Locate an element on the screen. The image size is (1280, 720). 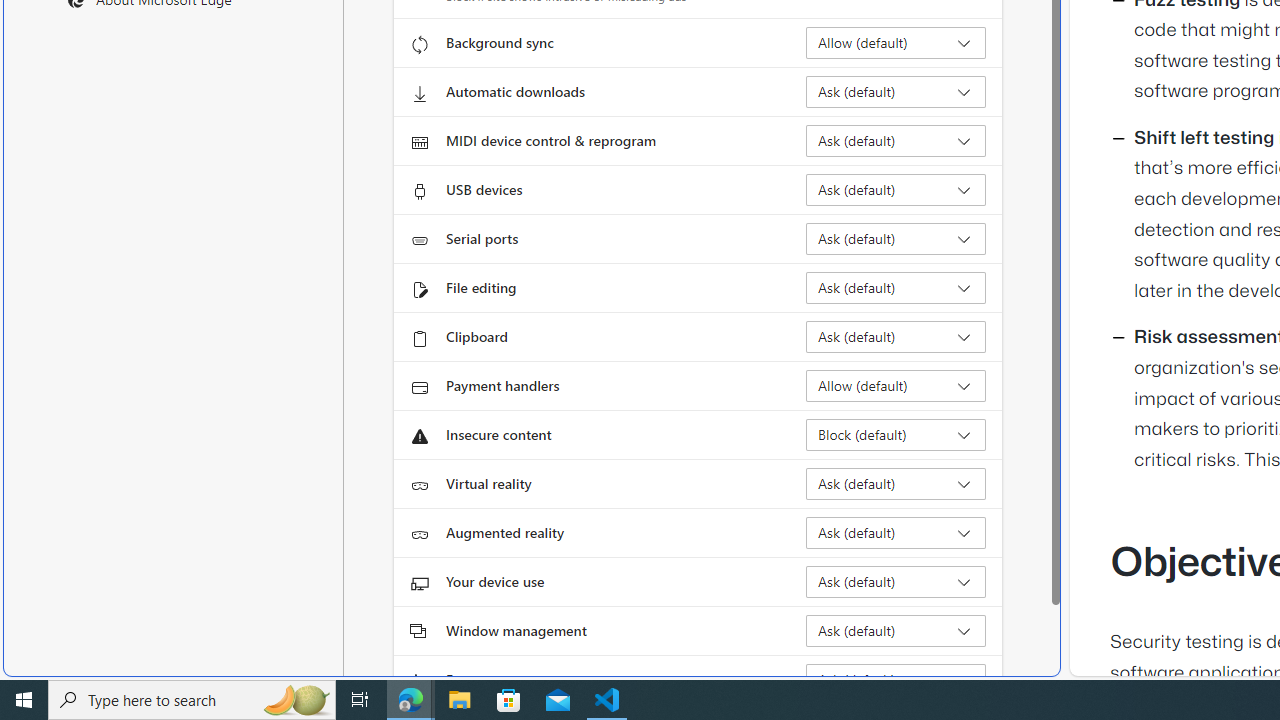
'Background sync Allow (default)' is located at coordinates (895, 43).